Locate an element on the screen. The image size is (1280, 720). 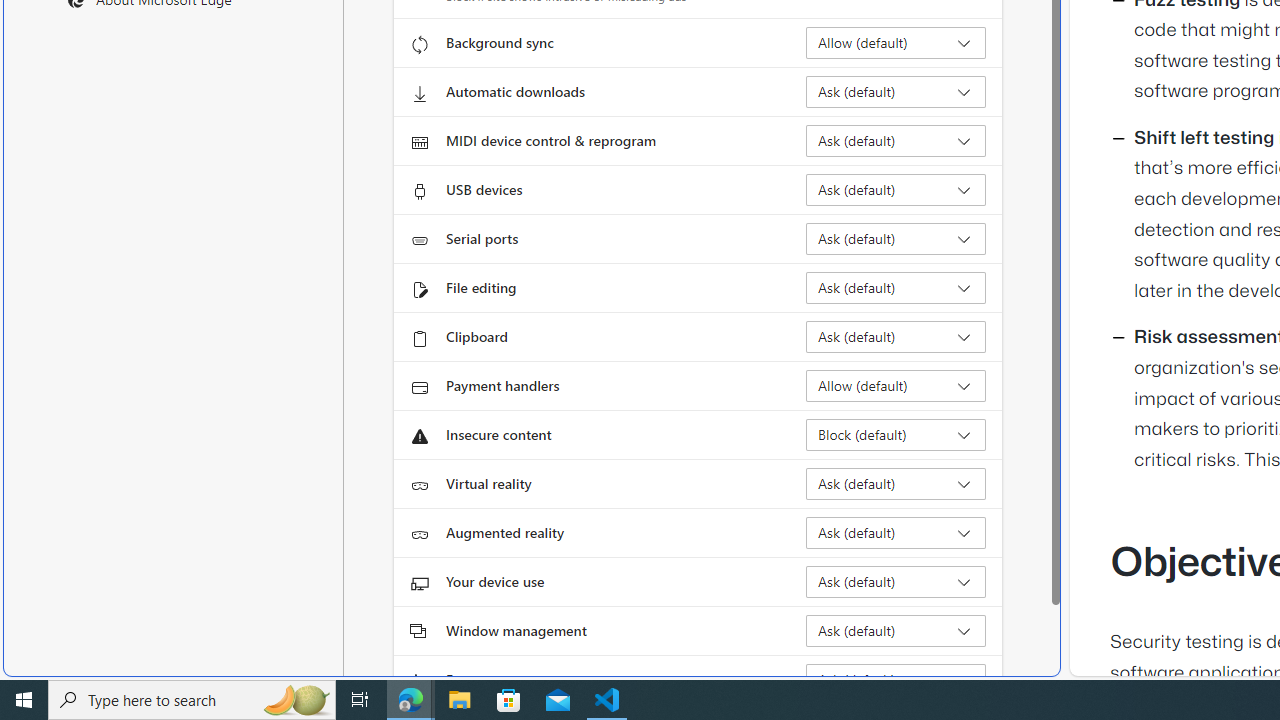
'Background sync Allow (default)' is located at coordinates (895, 43).